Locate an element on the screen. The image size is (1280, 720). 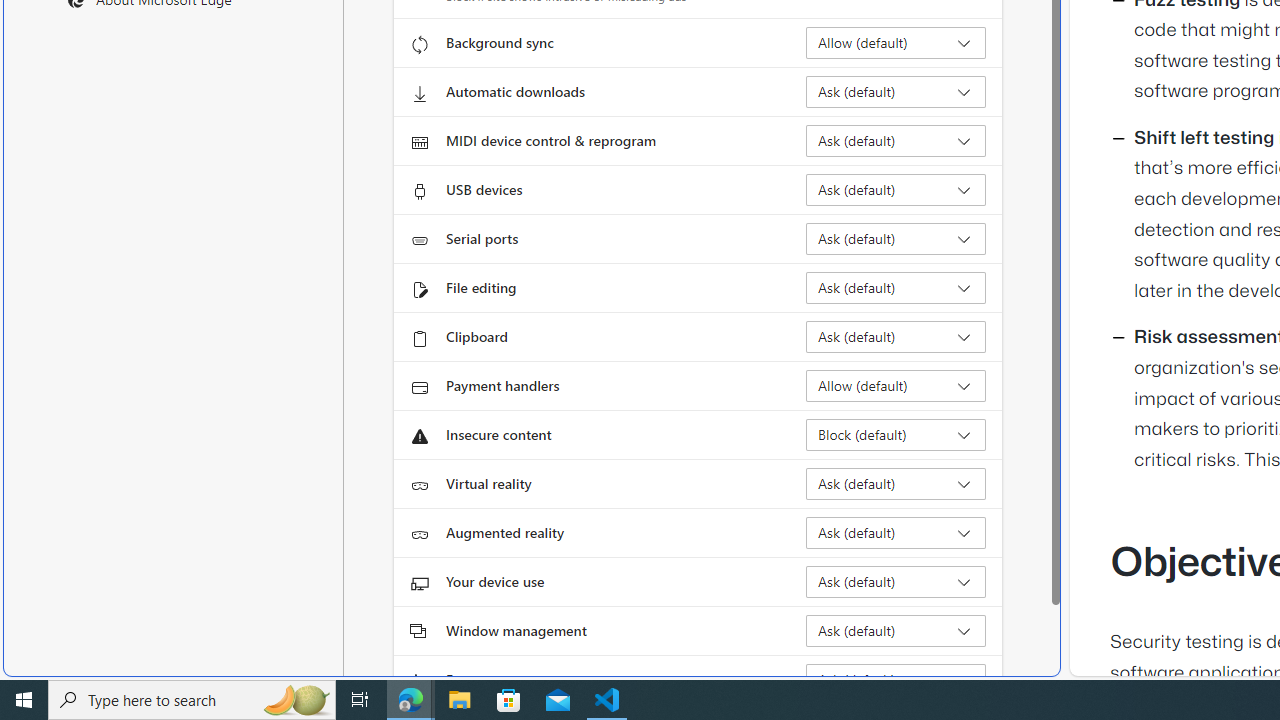
'Background sync Allow (default)' is located at coordinates (895, 43).